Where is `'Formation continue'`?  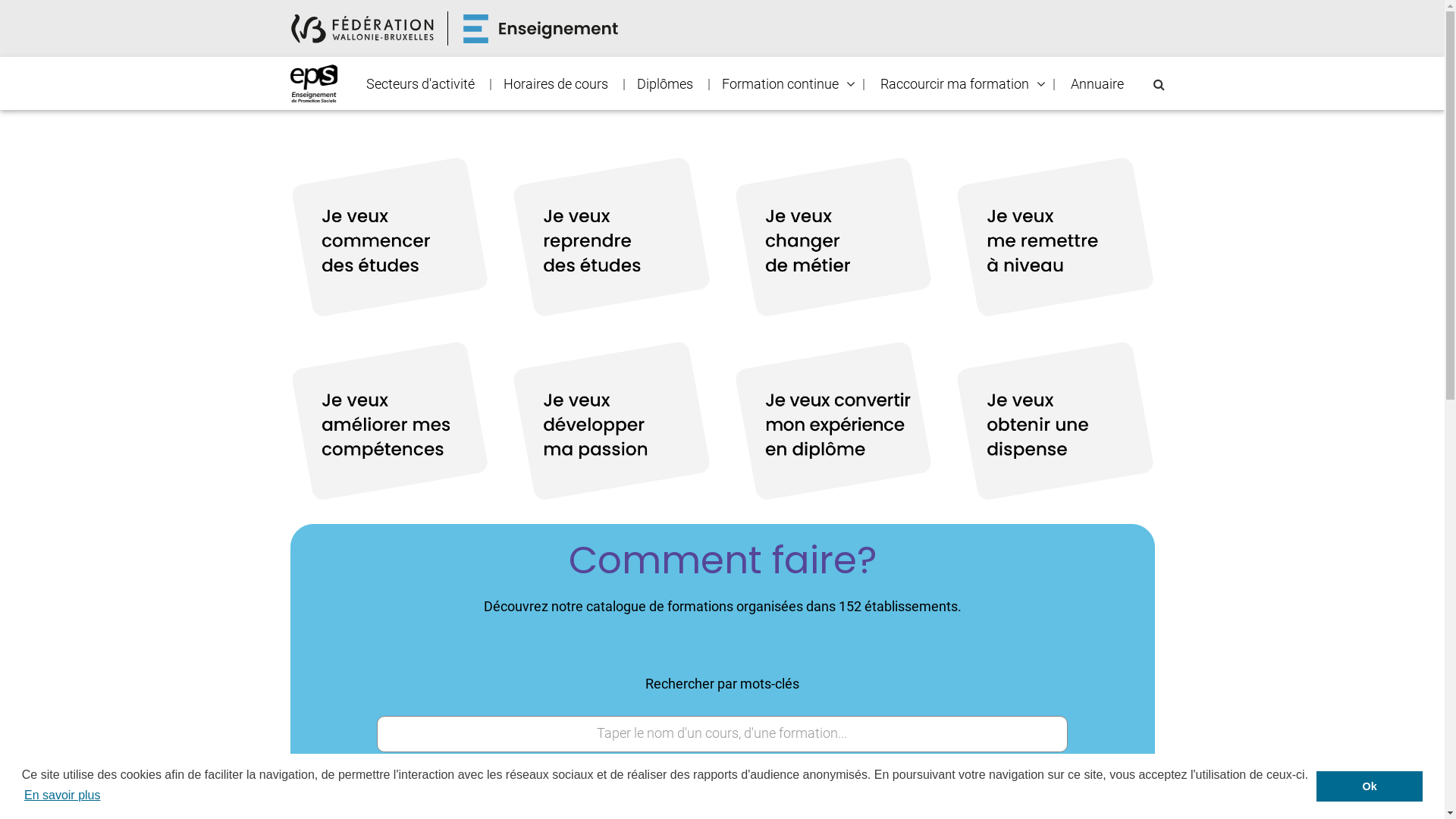 'Formation continue' is located at coordinates (779, 84).